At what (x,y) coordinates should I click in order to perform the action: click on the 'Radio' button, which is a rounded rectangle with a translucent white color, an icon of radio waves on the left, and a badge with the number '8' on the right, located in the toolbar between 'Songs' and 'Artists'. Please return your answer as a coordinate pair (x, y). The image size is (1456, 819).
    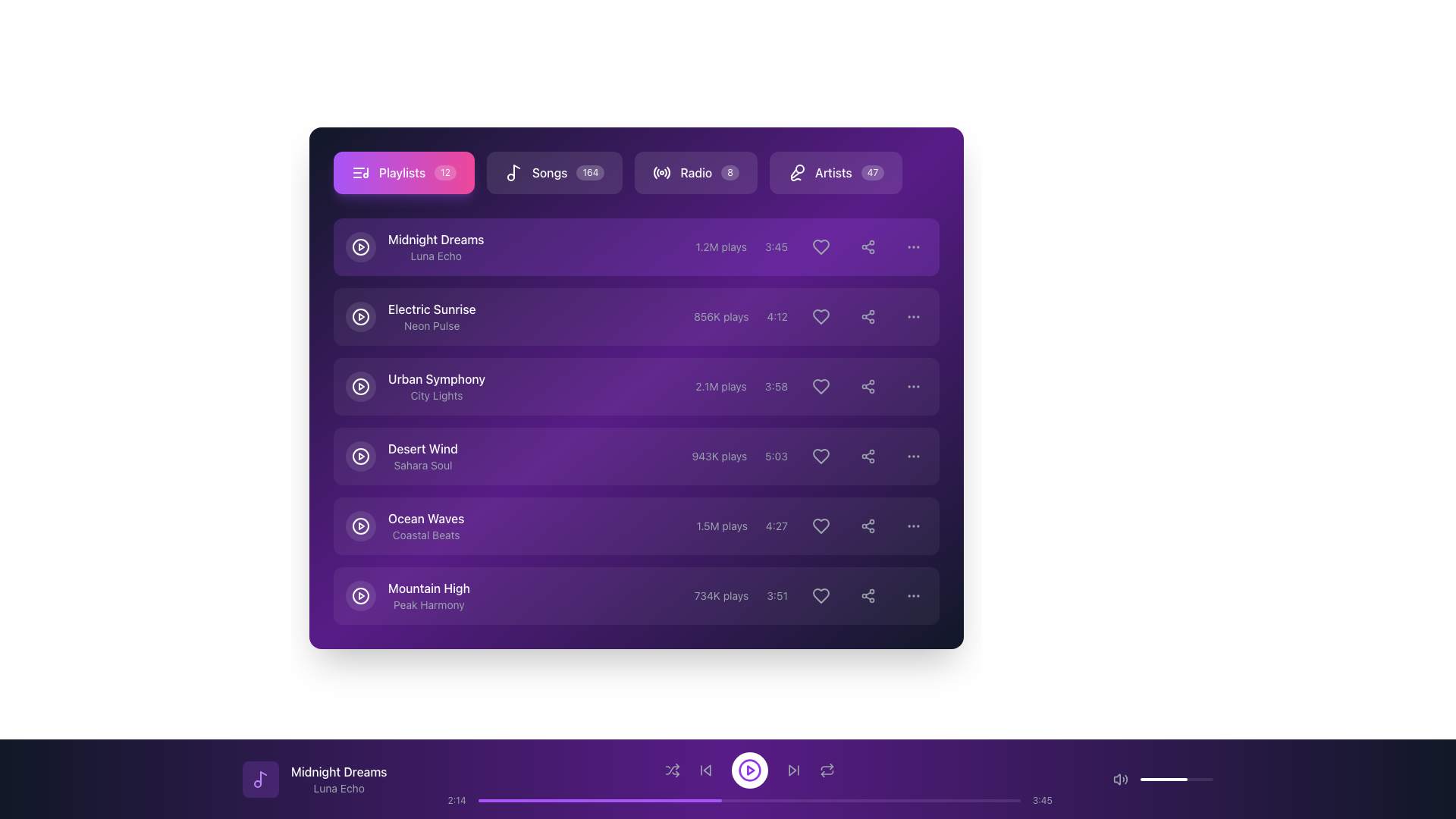
    Looking at the image, I should click on (695, 171).